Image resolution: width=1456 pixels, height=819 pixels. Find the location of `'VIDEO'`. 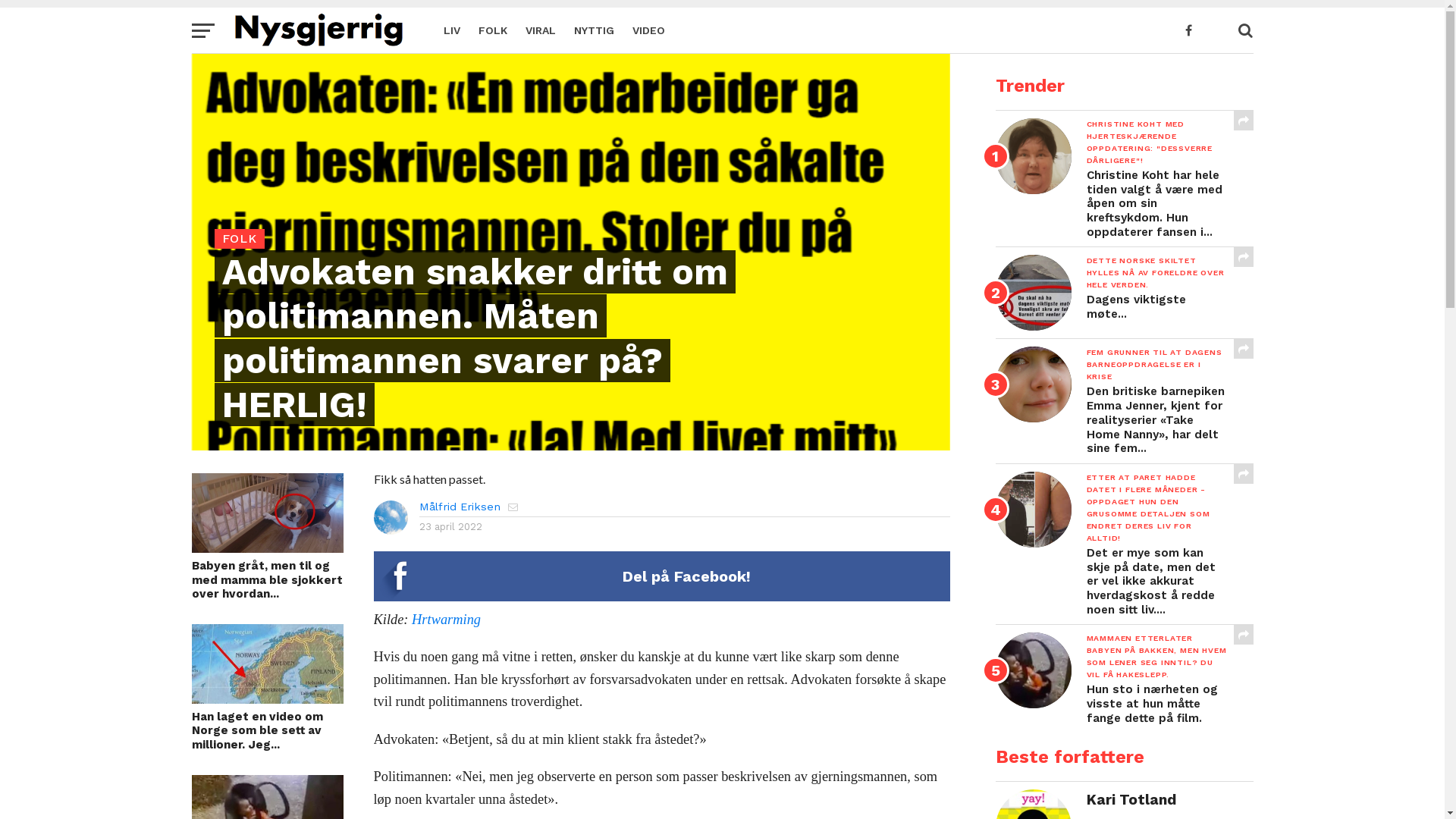

'VIDEO' is located at coordinates (648, 30).